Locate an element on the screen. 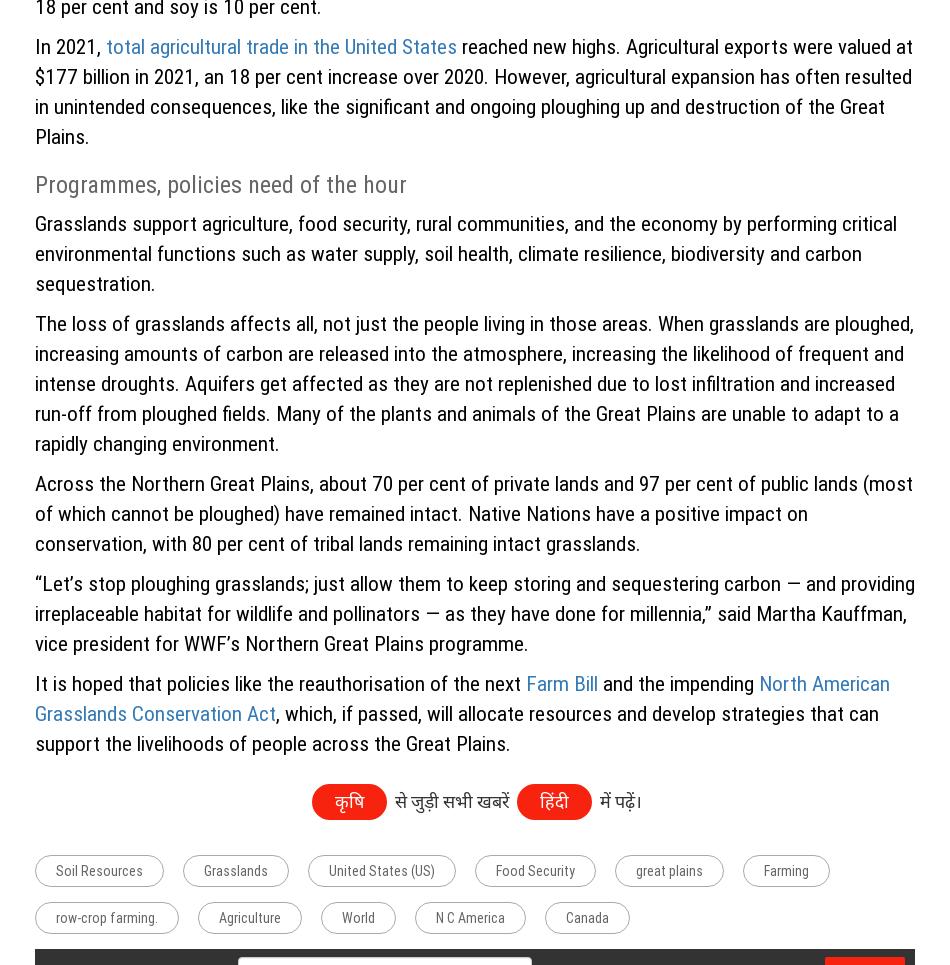 This screenshot has height=965, width=950. 'Across the Northern Great Plains, about 70 per cent of private lands and 97 per cent of public lands (most of which cannot be ploughed) have remained intact. Native Nations have a positive impact on conservation, with 80 per cent of tribal lands remaining intact grasslands.' is located at coordinates (472, 512).